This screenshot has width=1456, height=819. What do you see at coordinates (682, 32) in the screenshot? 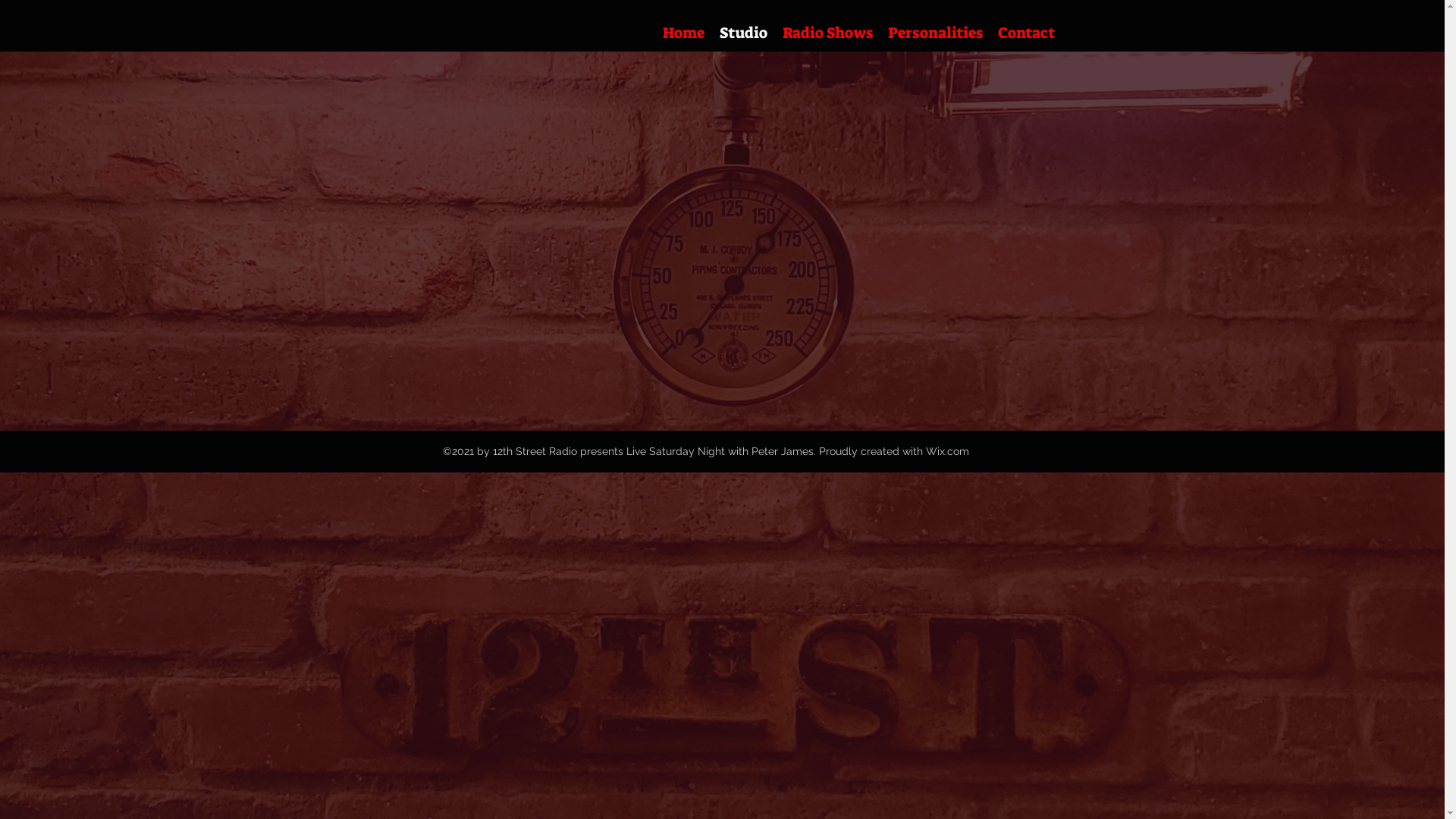
I see `'Home'` at bounding box center [682, 32].